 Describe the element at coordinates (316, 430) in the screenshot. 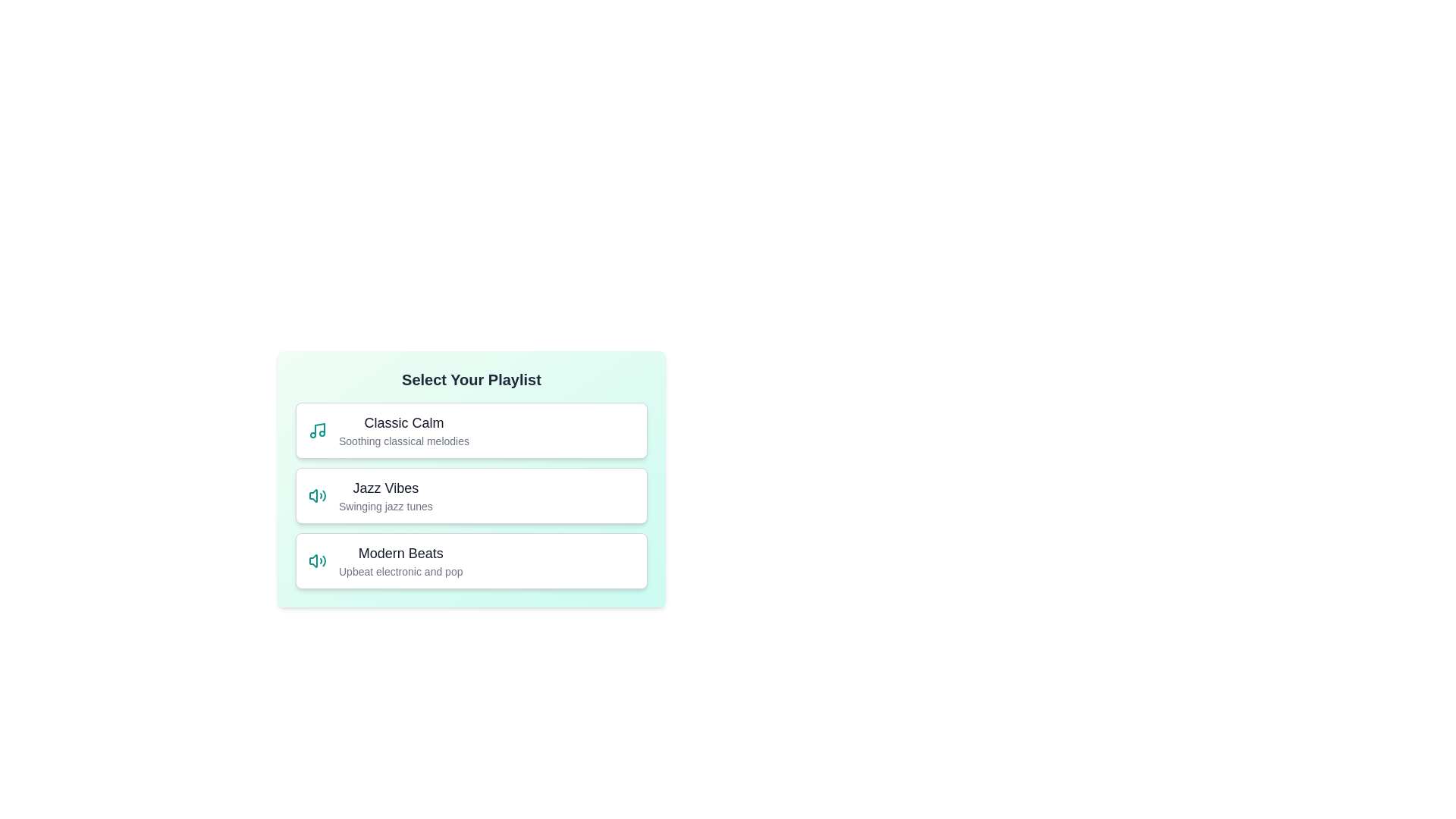

I see `the green music icon representing the playlist item labeled 'Classic Calm', located at the upper-left corner adjacent to its title` at that location.